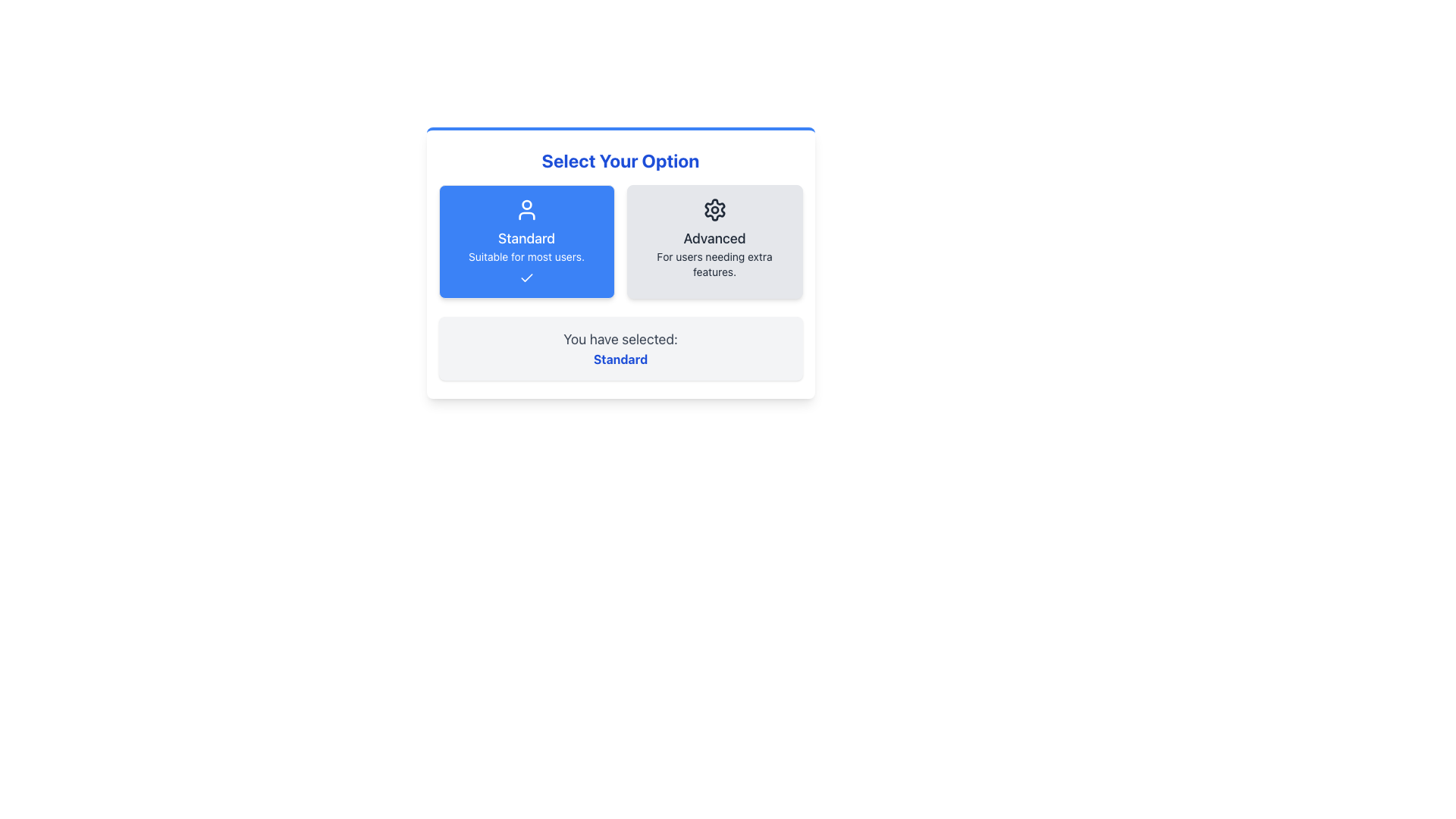 The height and width of the screenshot is (819, 1456). I want to click on the text label displaying 'Advanced' in bold, medium font located within the right card of a two-card layout, positioned below a gear icon and above the descriptive text 'For users needing extra features.', so click(714, 239).